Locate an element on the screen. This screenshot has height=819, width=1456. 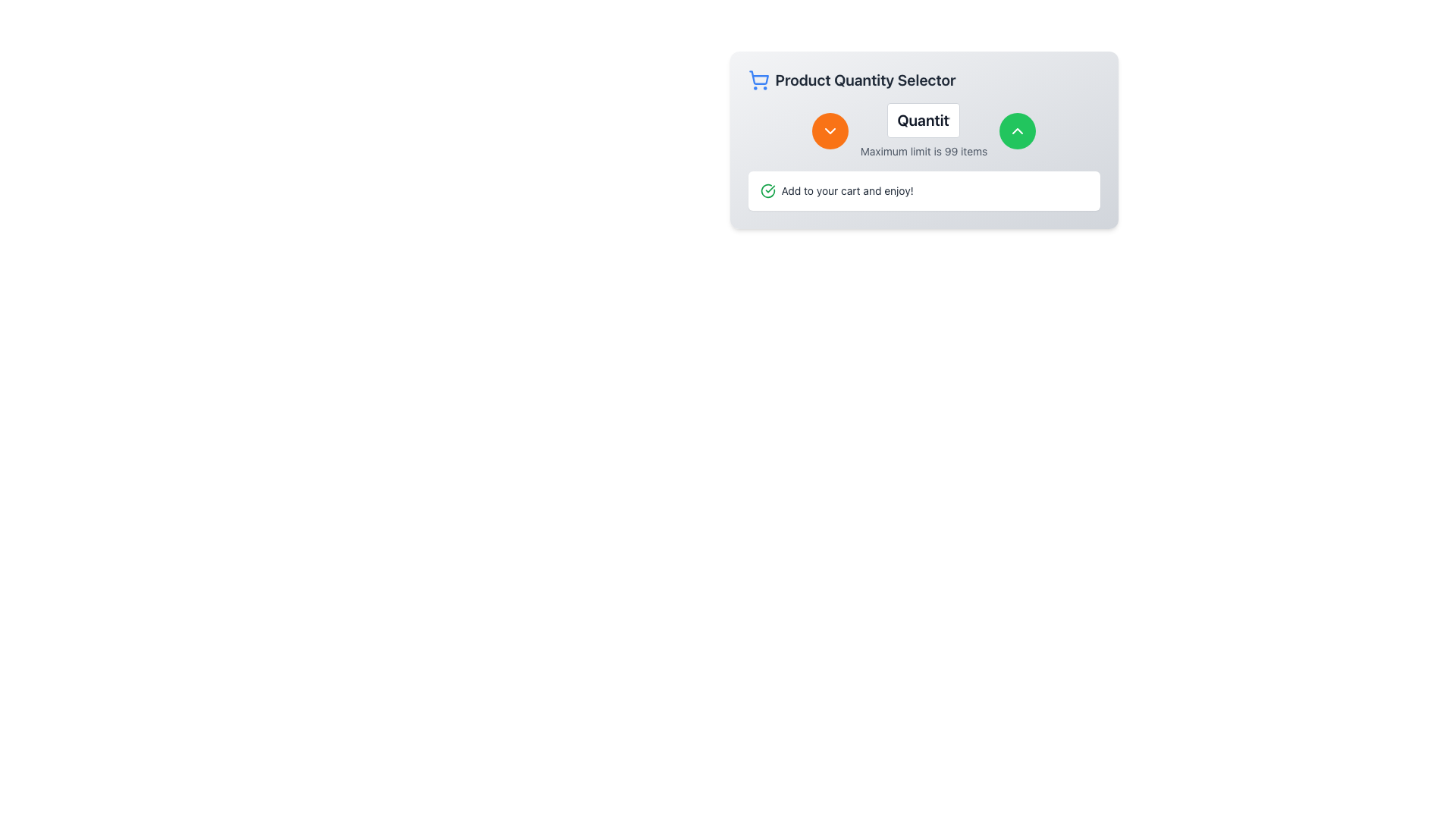
the upward-pointing chevron icon with a white stroke on a green circular background, located near the quantity selector feature in the top-right area of the interface is located at coordinates (1018, 130).